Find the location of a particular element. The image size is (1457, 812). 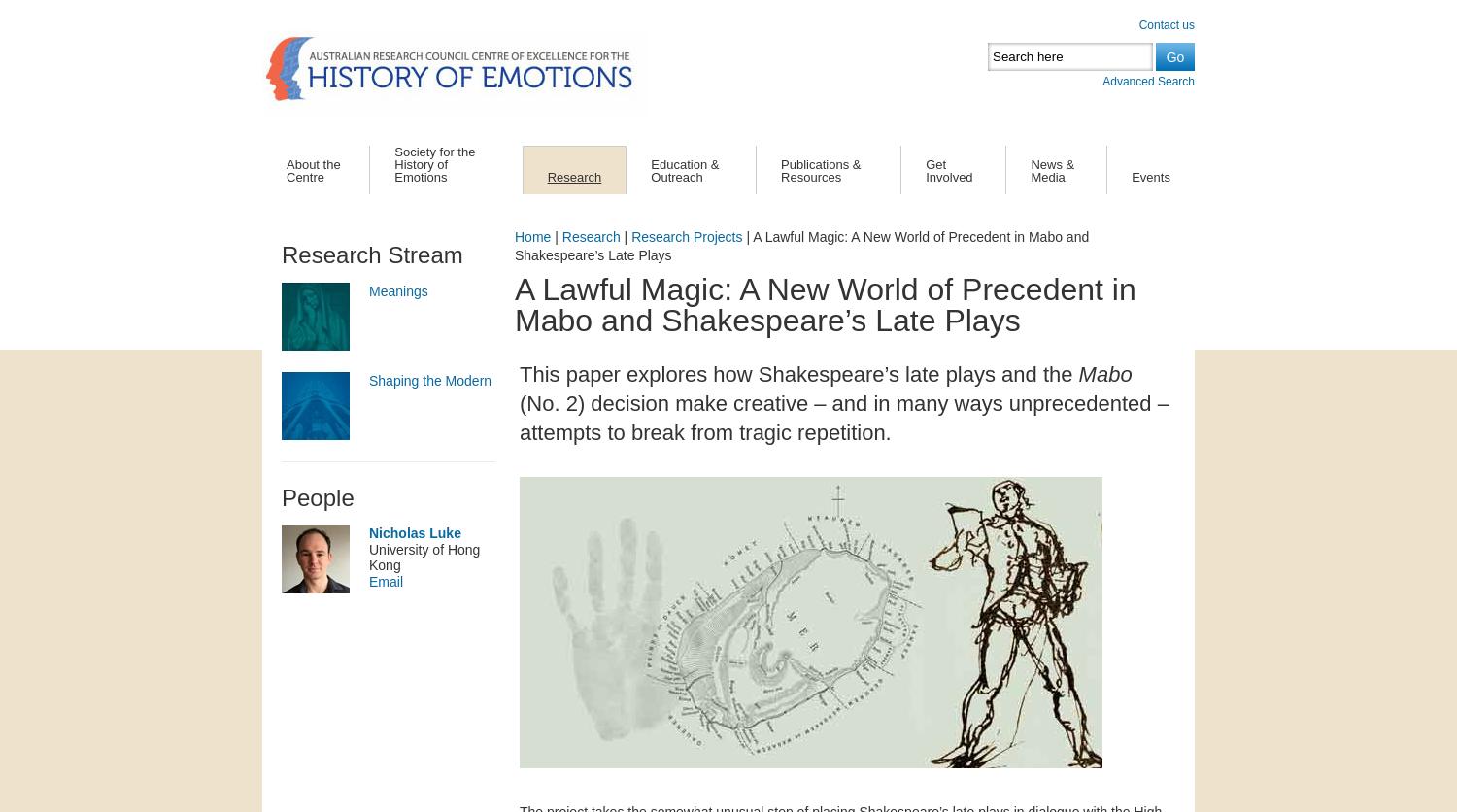

'University of Hong Kong' is located at coordinates (424, 556).